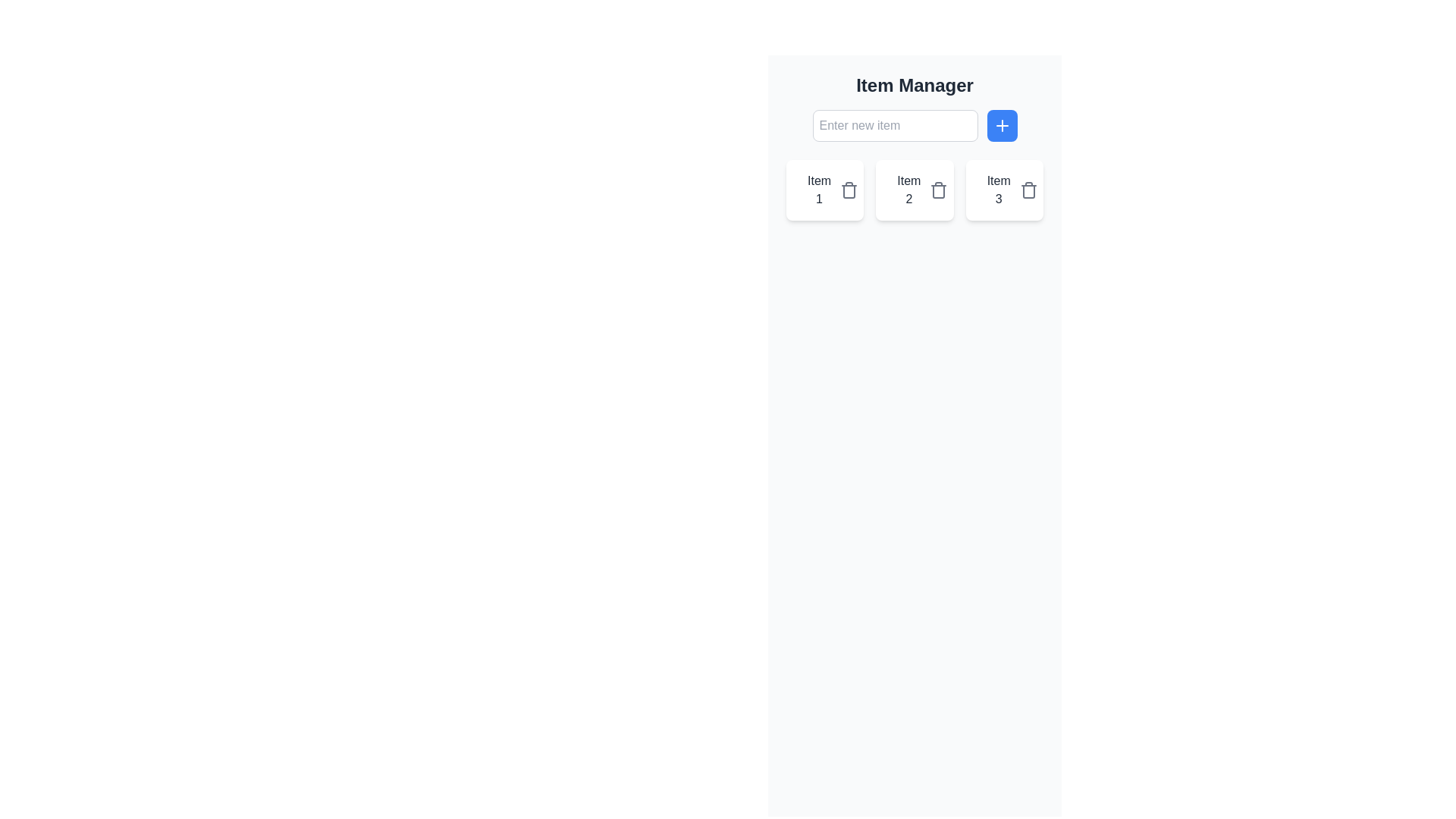 The width and height of the screenshot is (1456, 819). I want to click on the first UI card item located at the top left of the grid layout to focus on it, so click(824, 189).